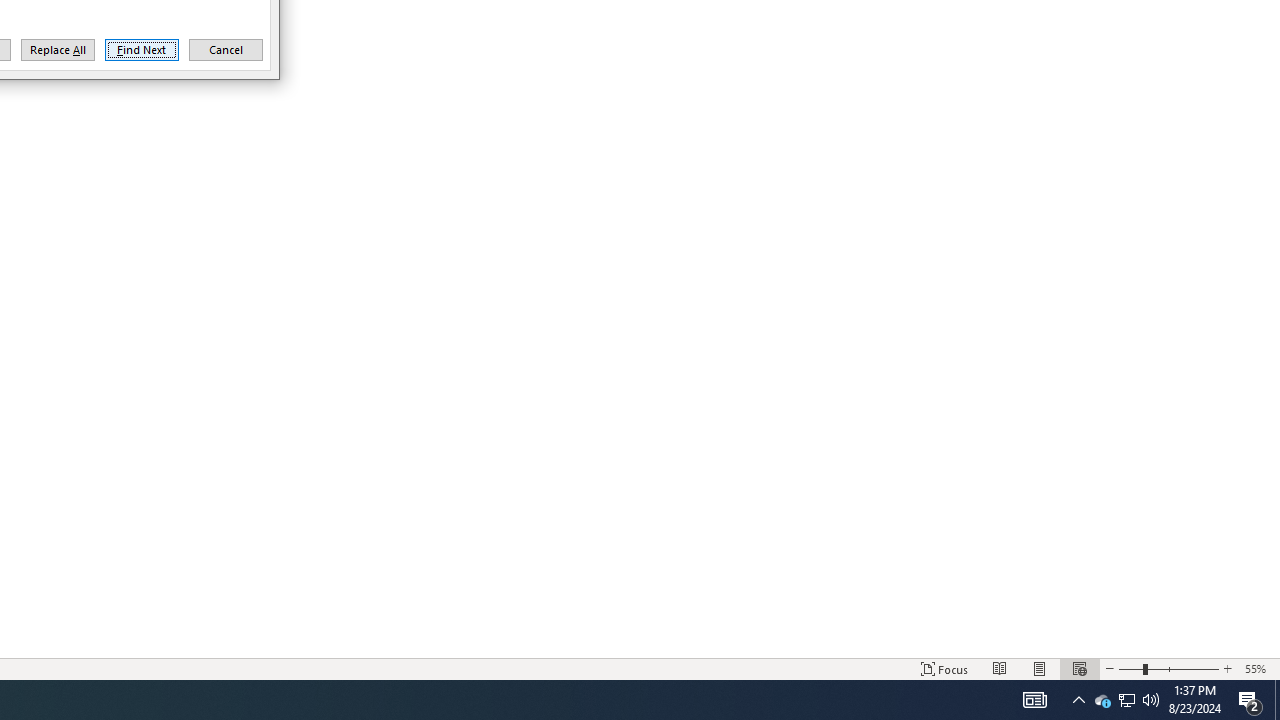  What do you see at coordinates (225, 49) in the screenshot?
I see `'Cancel'` at bounding box center [225, 49].